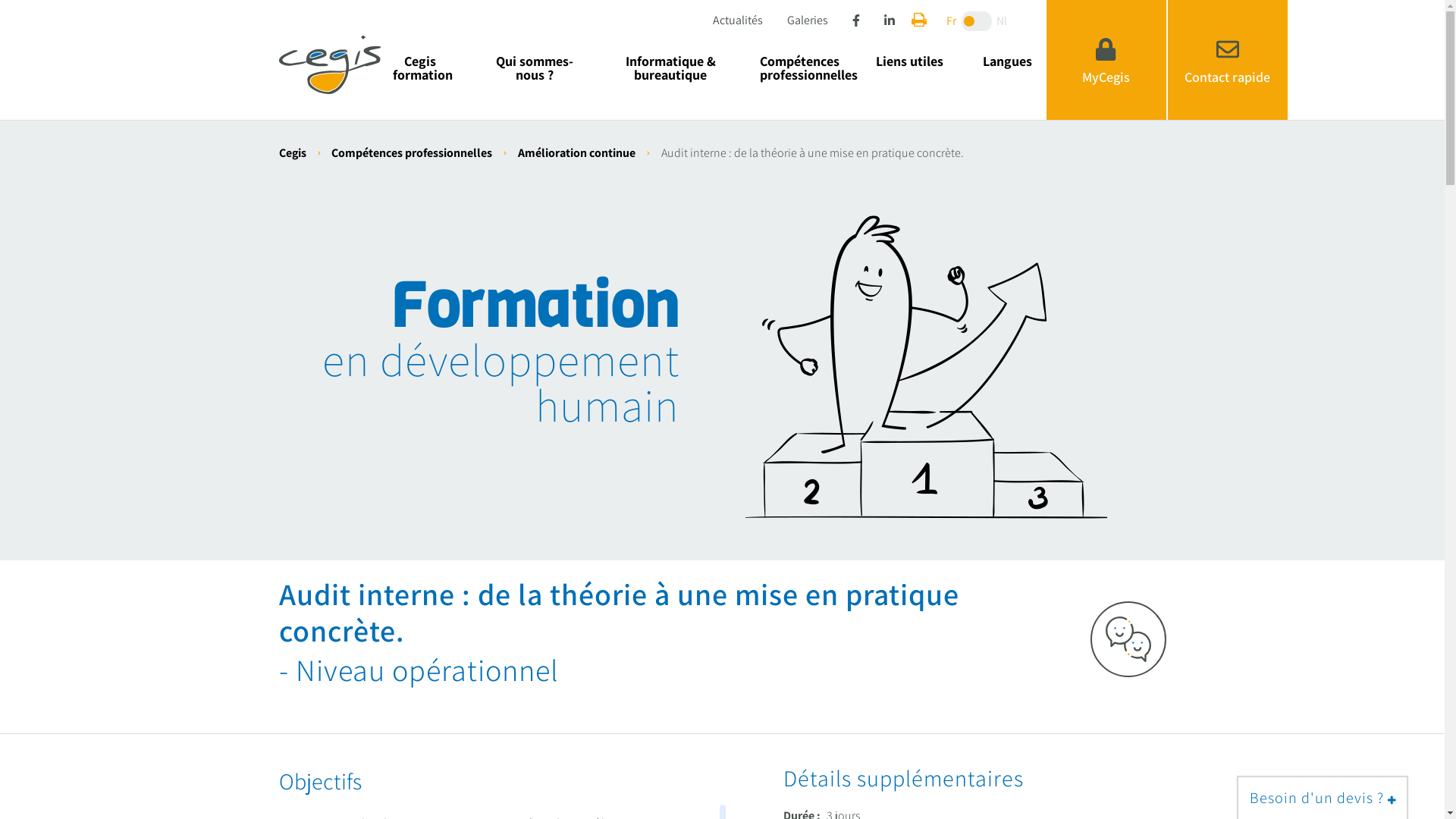 The image size is (1456, 819). Describe the element at coordinates (381, 67) in the screenshot. I see `'Cegis formation'` at that location.